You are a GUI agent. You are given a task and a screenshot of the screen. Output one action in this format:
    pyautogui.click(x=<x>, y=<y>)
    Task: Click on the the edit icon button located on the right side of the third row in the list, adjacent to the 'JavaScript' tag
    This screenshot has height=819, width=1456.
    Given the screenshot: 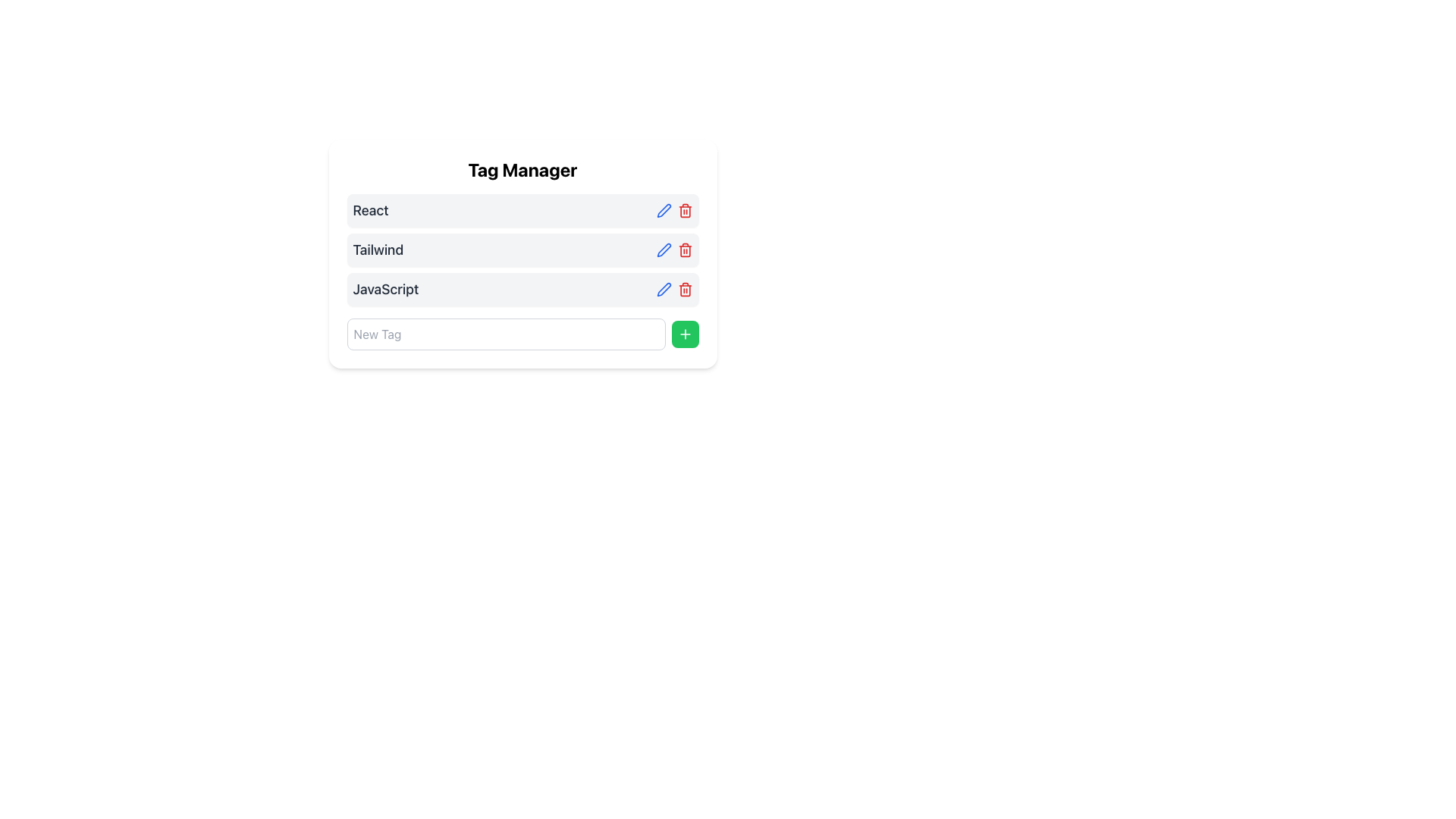 What is the action you would take?
    pyautogui.click(x=664, y=289)
    